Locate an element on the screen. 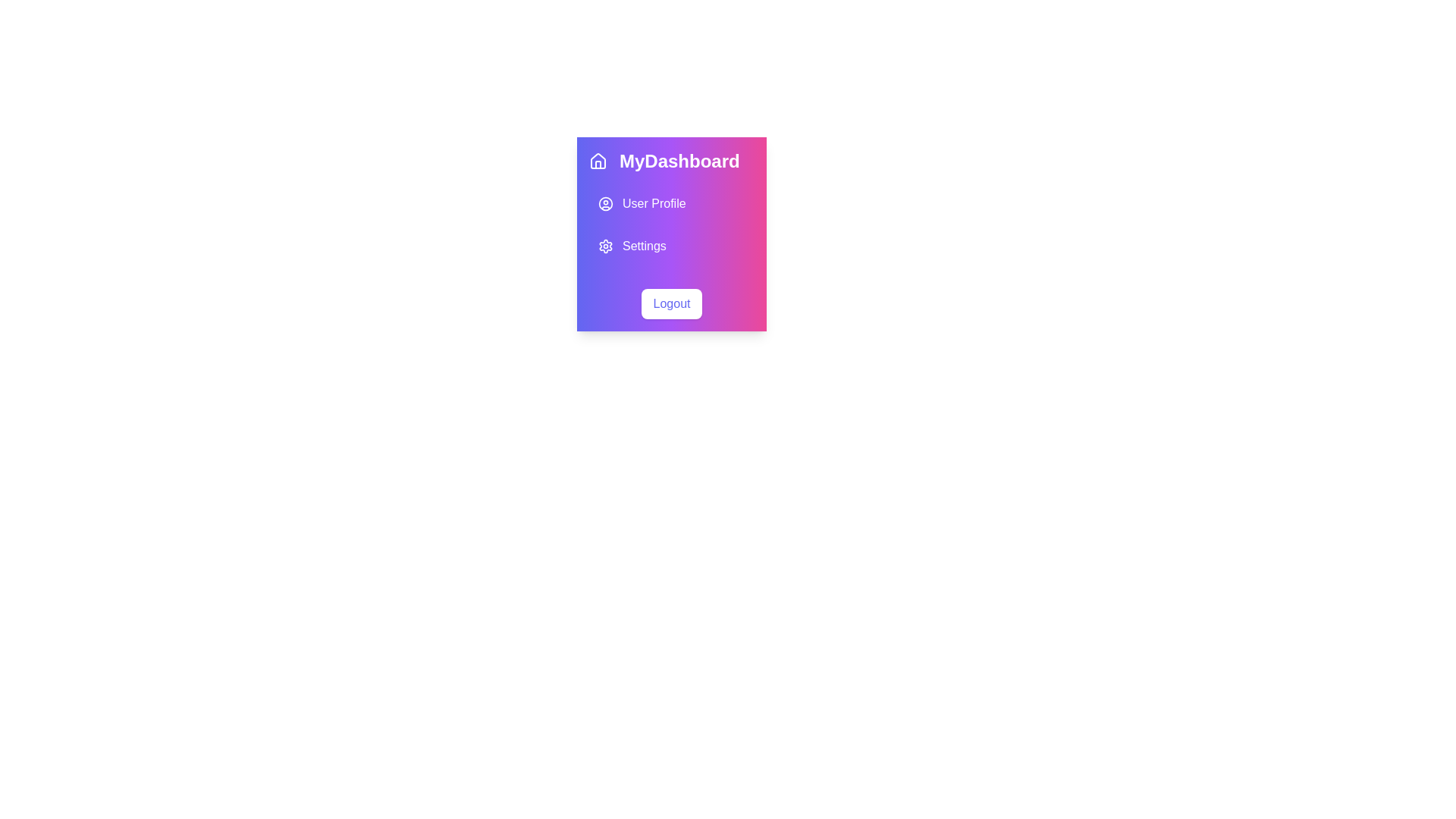 The width and height of the screenshot is (1456, 819). the outer circular outline of the user icon is located at coordinates (604, 203).